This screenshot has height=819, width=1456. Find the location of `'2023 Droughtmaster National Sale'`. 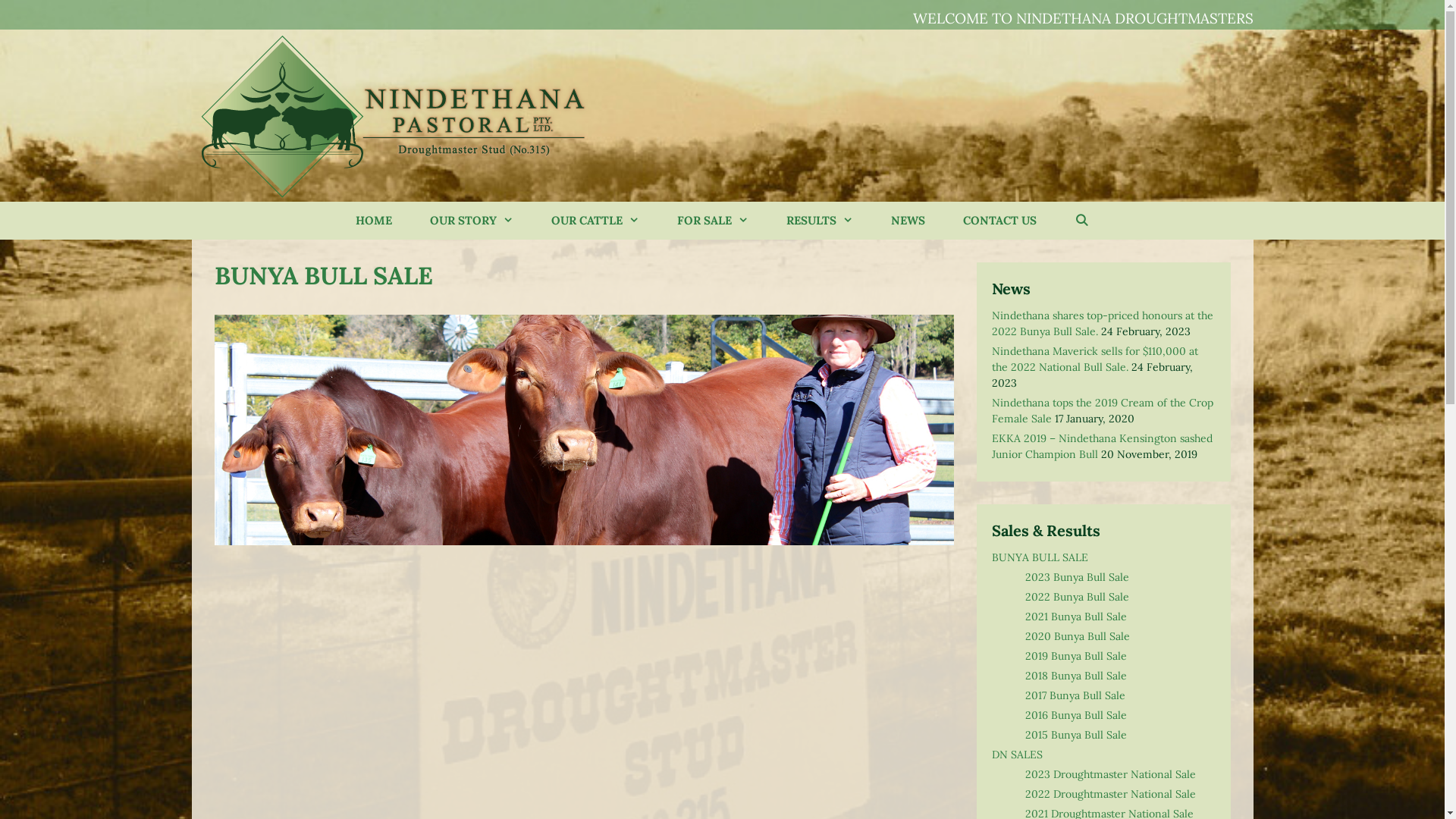

'2023 Droughtmaster National Sale' is located at coordinates (1025, 774).